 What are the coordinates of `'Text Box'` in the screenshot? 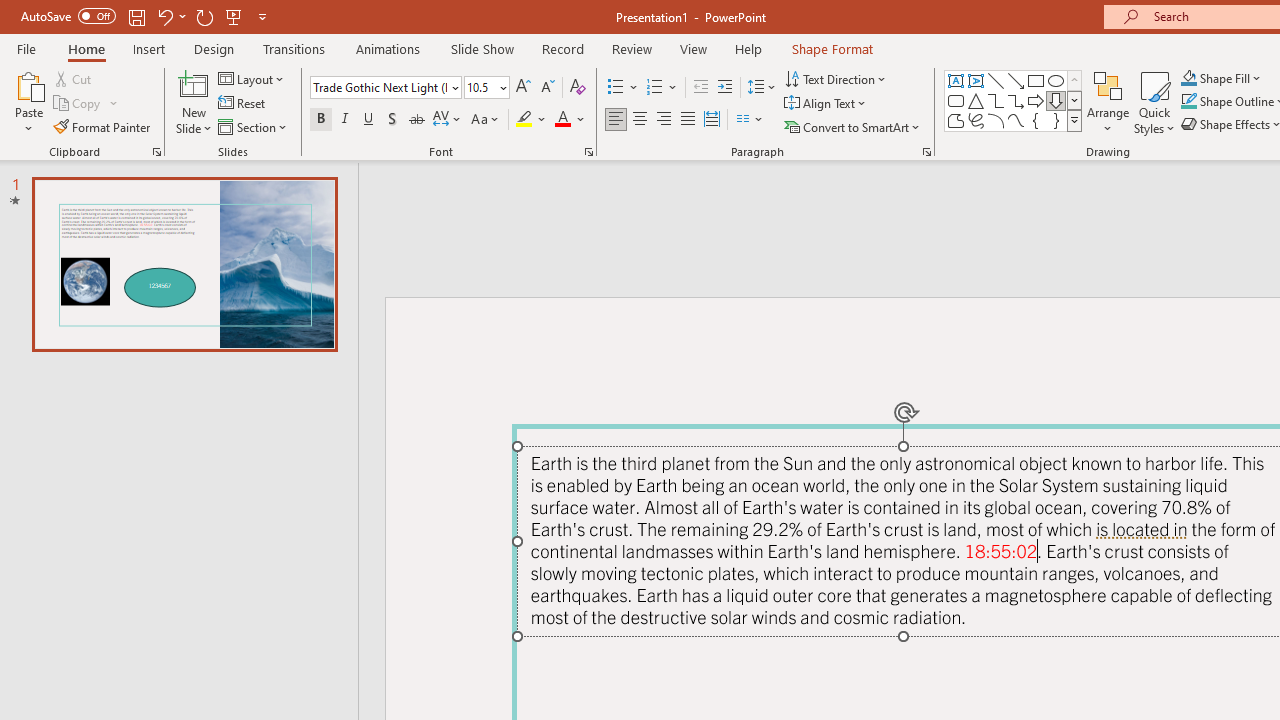 It's located at (955, 80).